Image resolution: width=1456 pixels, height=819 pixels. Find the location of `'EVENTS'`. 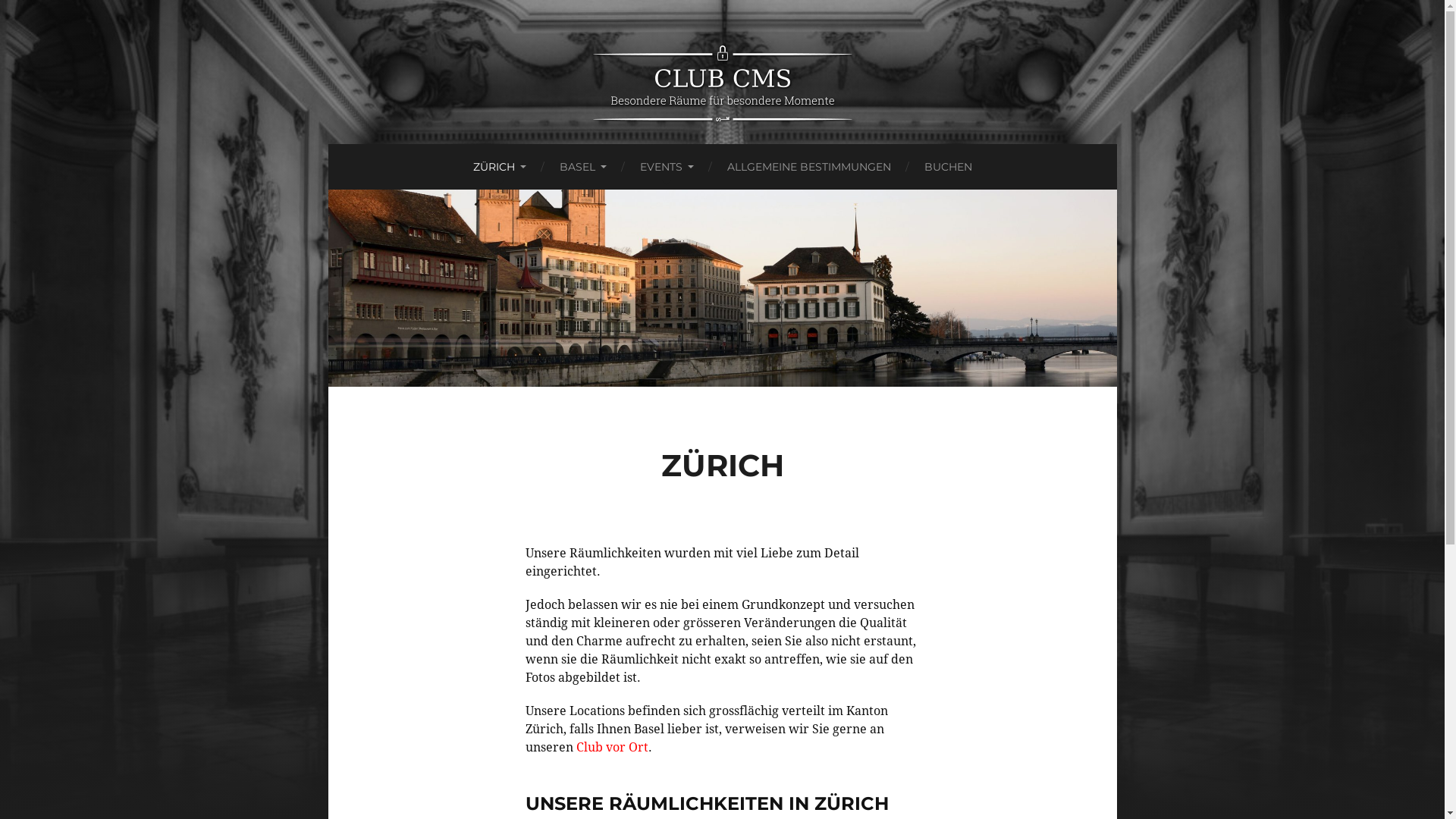

'EVENTS' is located at coordinates (667, 166).